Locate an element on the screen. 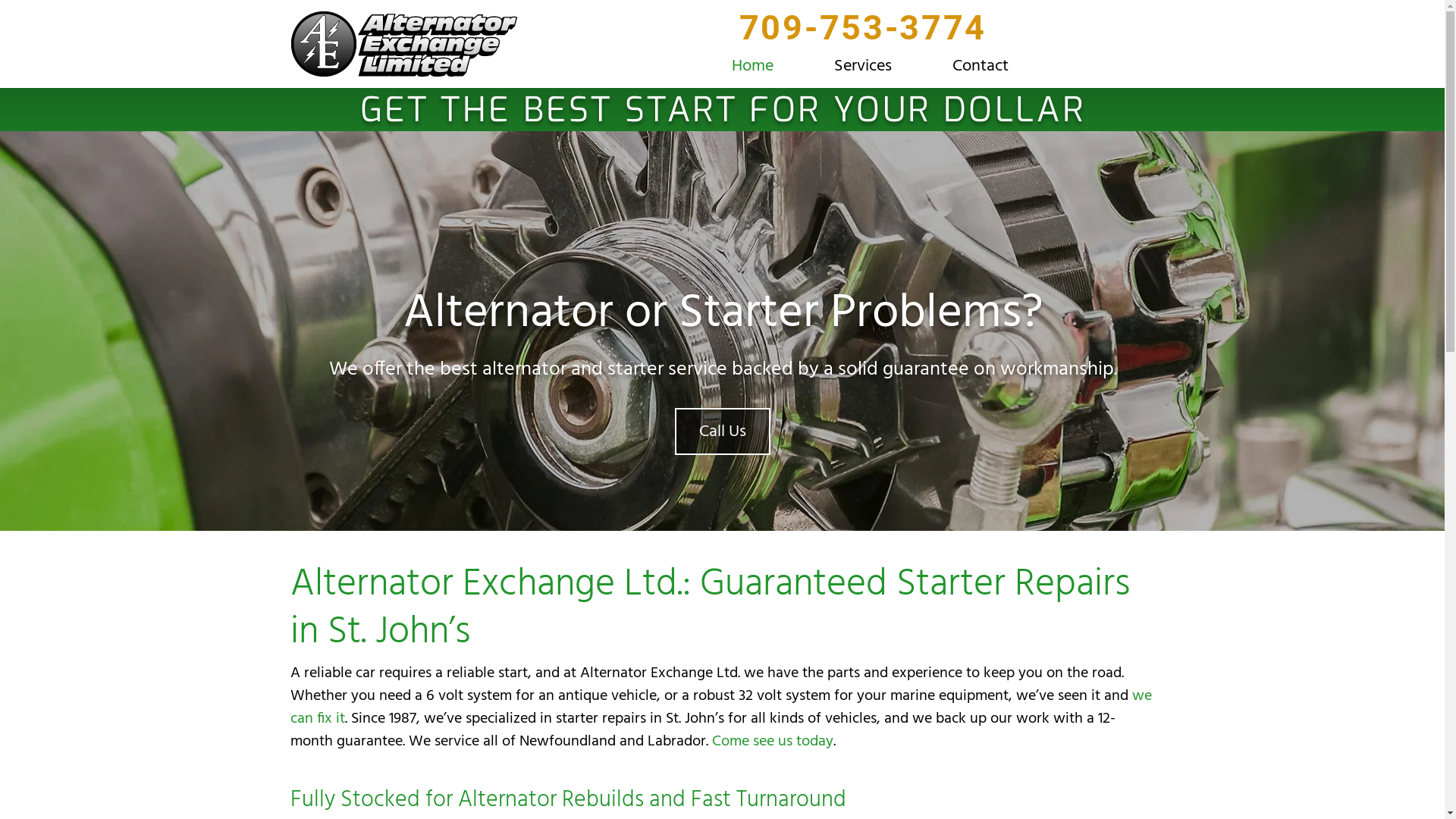  '709-753-3774' is located at coordinates (862, 36).